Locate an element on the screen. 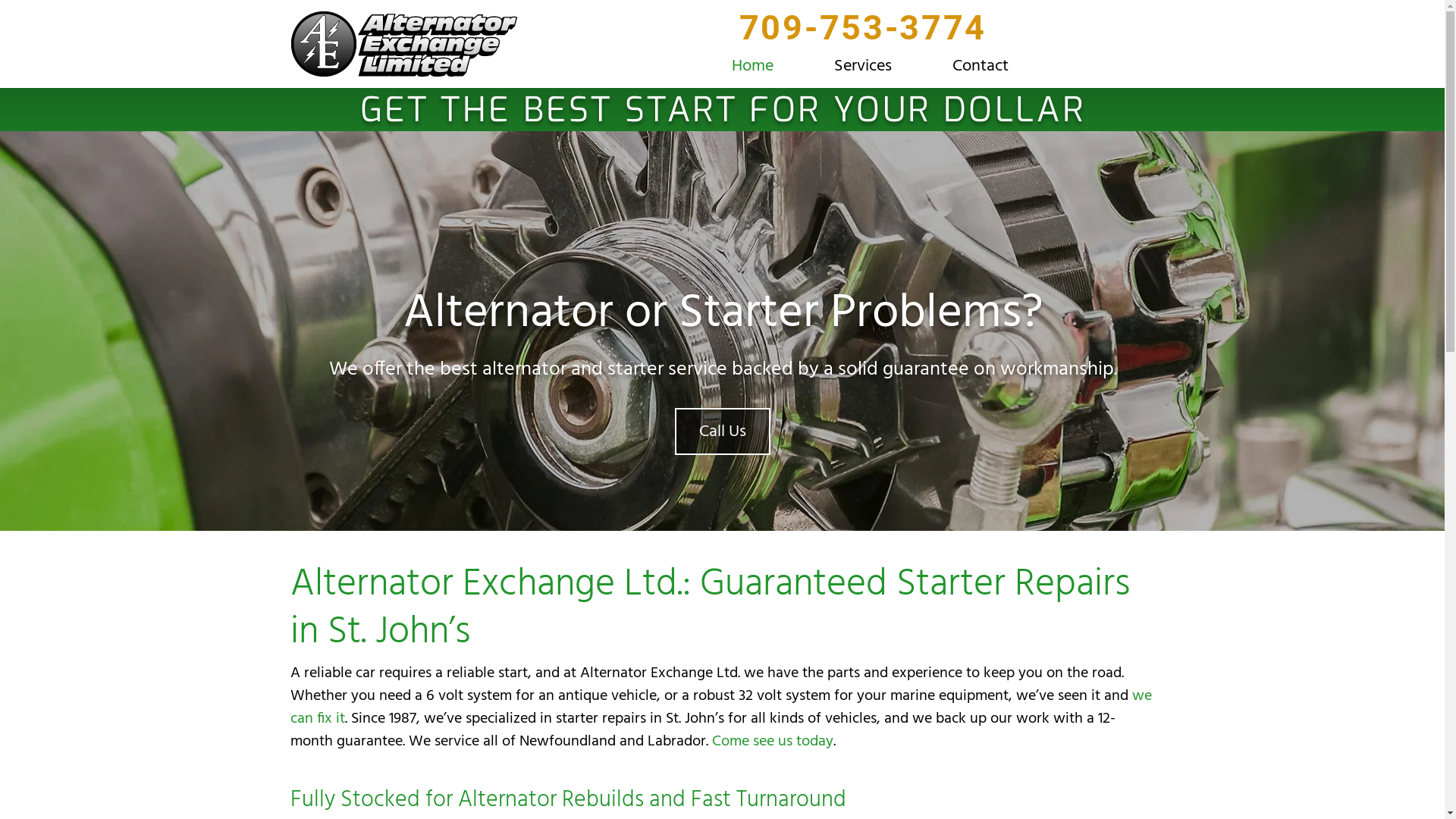  '709-753-3774' is located at coordinates (862, 36).